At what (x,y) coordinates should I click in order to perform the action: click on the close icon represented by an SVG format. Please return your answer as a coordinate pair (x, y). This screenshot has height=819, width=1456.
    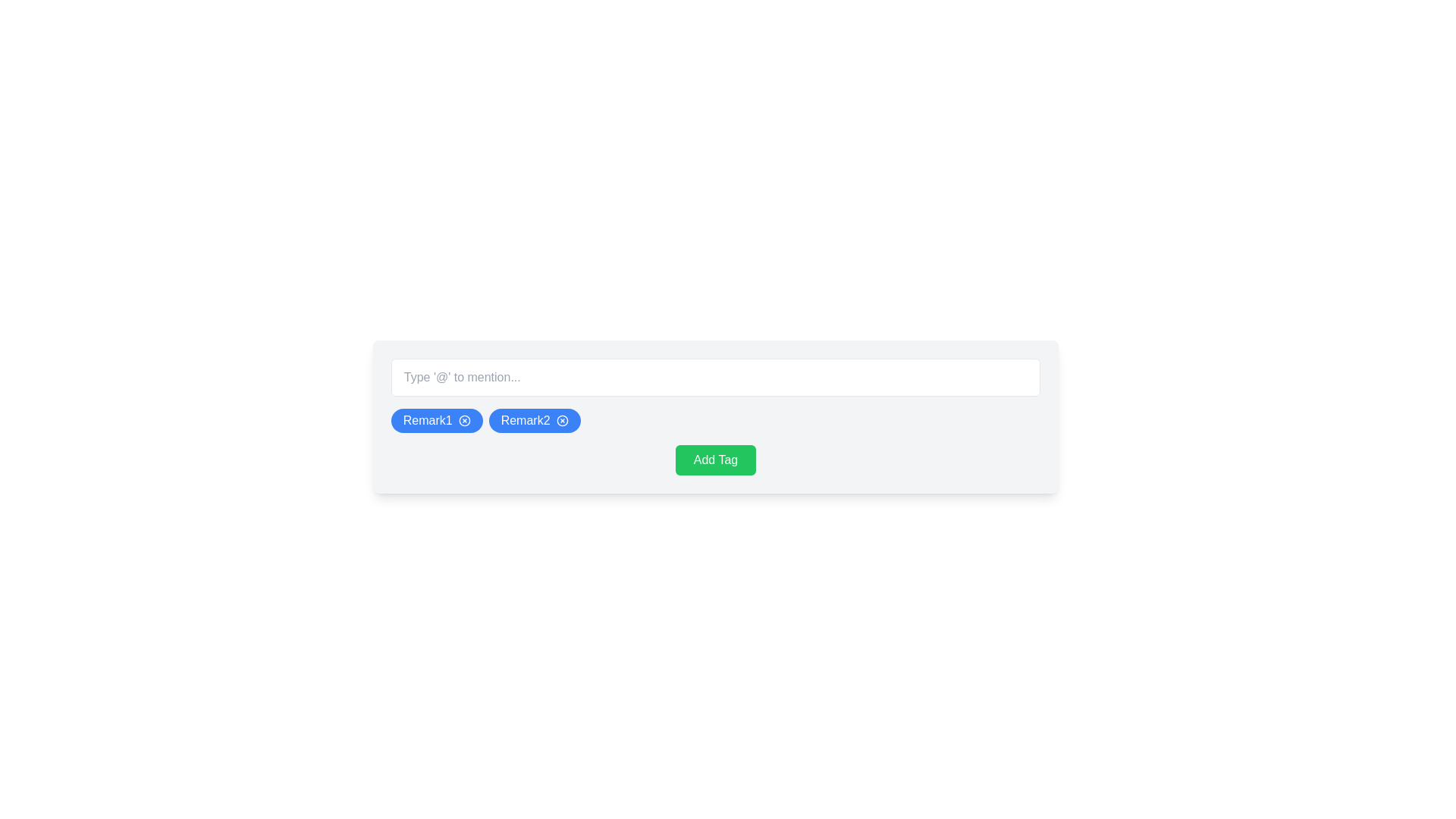
    Looking at the image, I should click on (561, 421).